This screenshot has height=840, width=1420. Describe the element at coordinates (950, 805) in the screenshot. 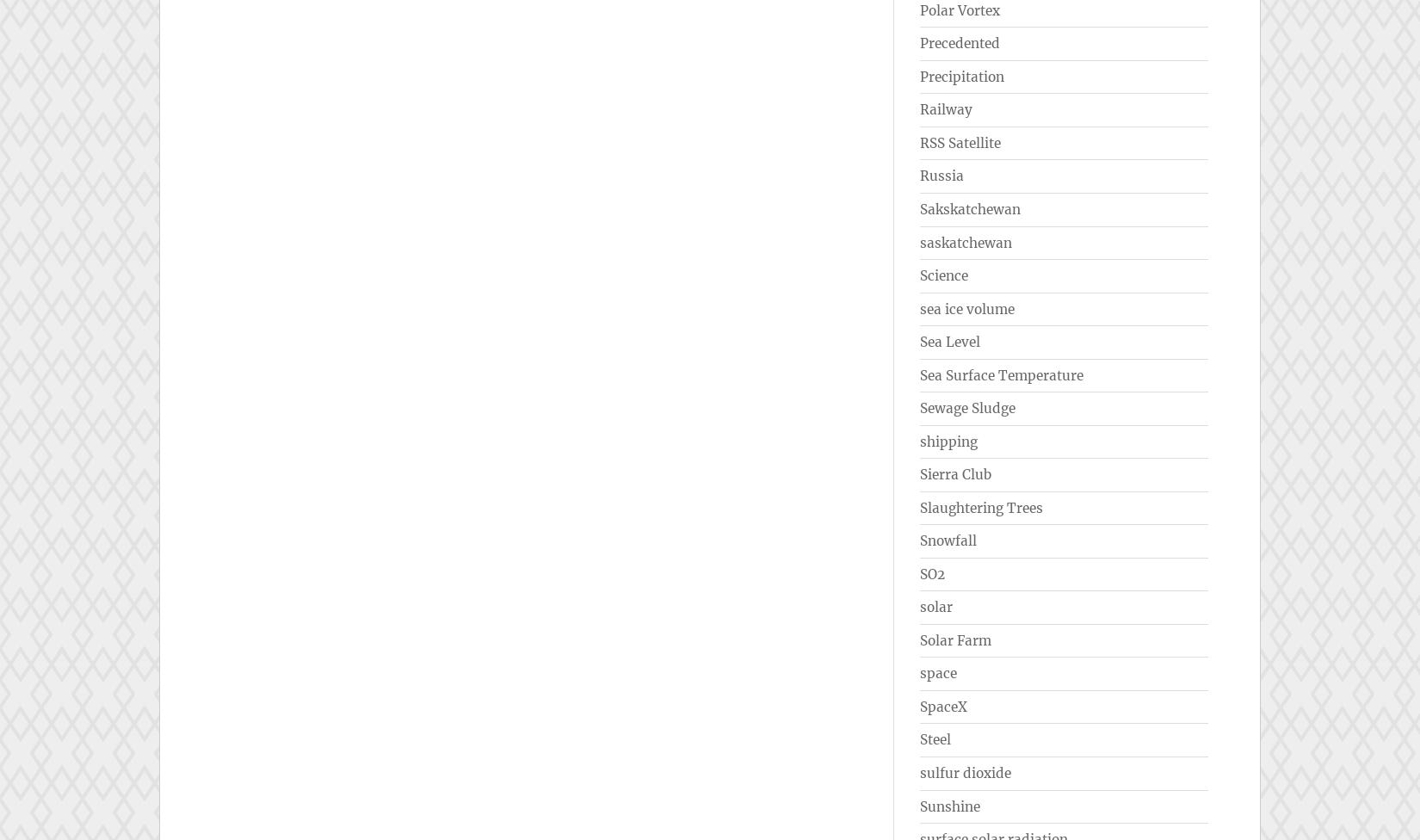

I see `'Sunshine'` at that location.